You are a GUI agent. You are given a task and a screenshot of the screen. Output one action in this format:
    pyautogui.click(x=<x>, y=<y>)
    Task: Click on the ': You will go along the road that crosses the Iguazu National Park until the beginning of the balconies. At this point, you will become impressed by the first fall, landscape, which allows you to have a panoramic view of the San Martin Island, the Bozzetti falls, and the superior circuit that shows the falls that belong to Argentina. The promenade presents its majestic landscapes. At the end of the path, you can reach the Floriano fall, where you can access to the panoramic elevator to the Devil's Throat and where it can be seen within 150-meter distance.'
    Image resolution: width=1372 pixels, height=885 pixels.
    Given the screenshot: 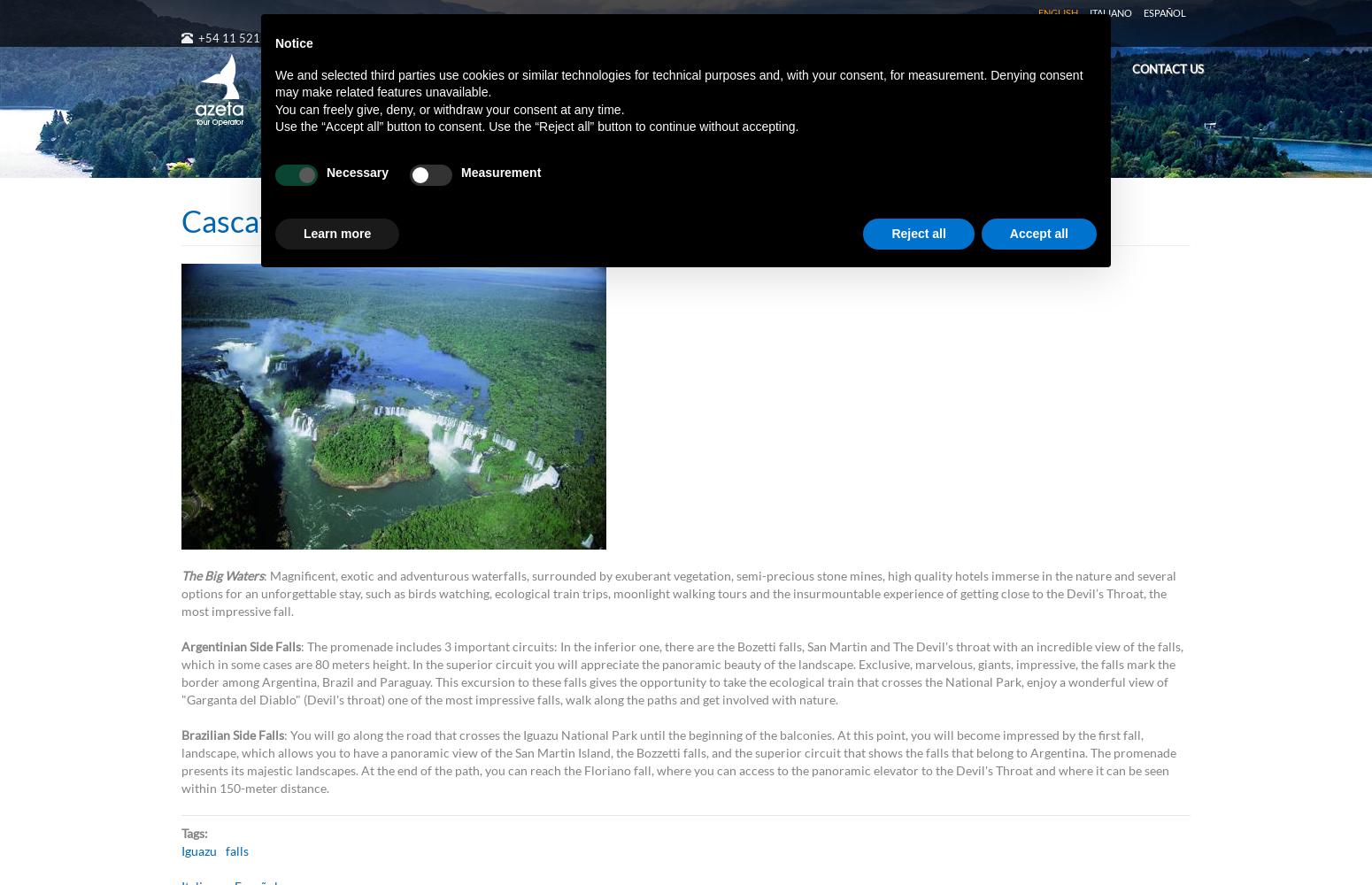 What is the action you would take?
    pyautogui.click(x=181, y=760)
    